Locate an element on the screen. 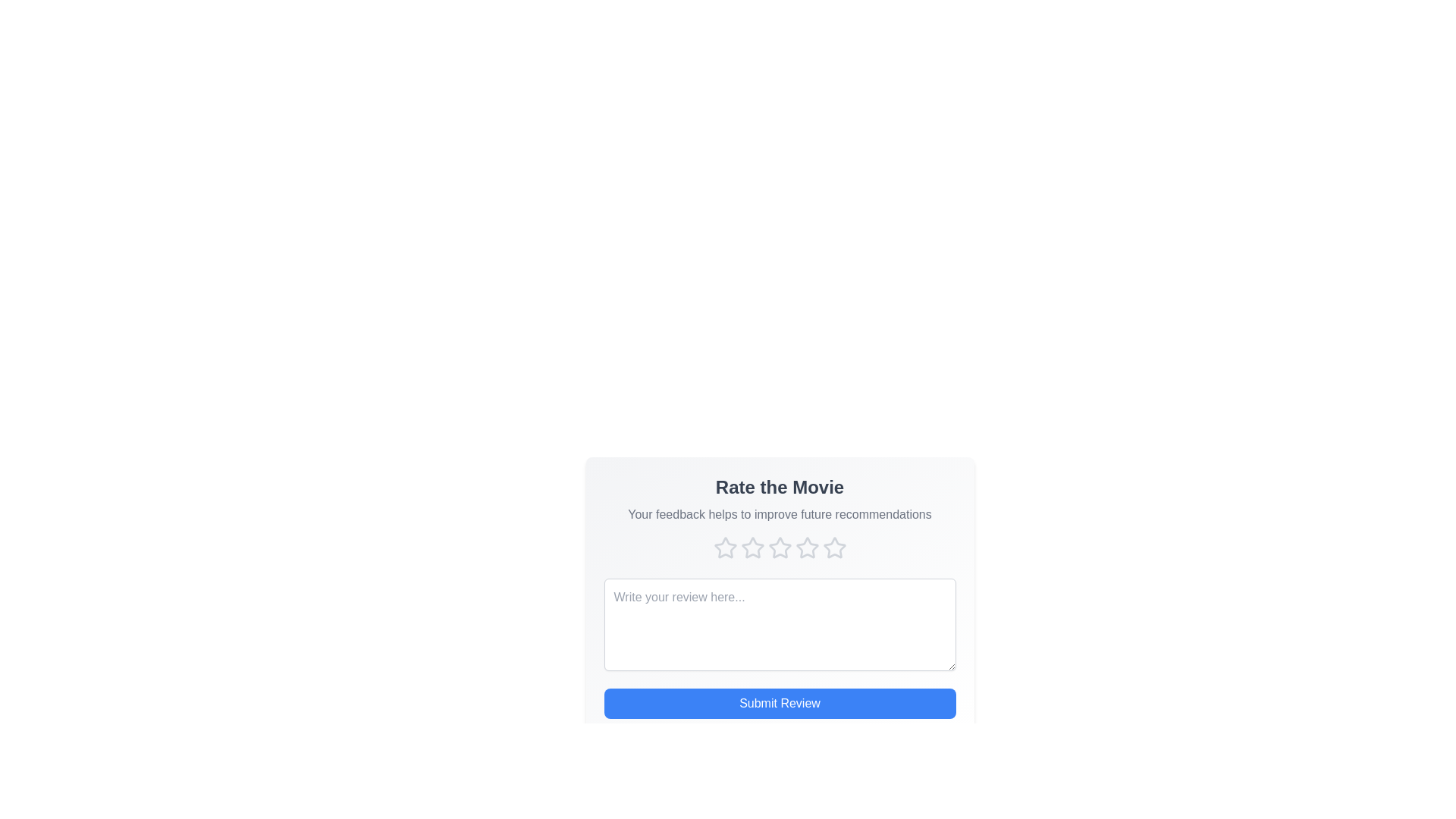 The width and height of the screenshot is (1456, 819). the second star icon in the rating system to provide a rating is located at coordinates (752, 548).